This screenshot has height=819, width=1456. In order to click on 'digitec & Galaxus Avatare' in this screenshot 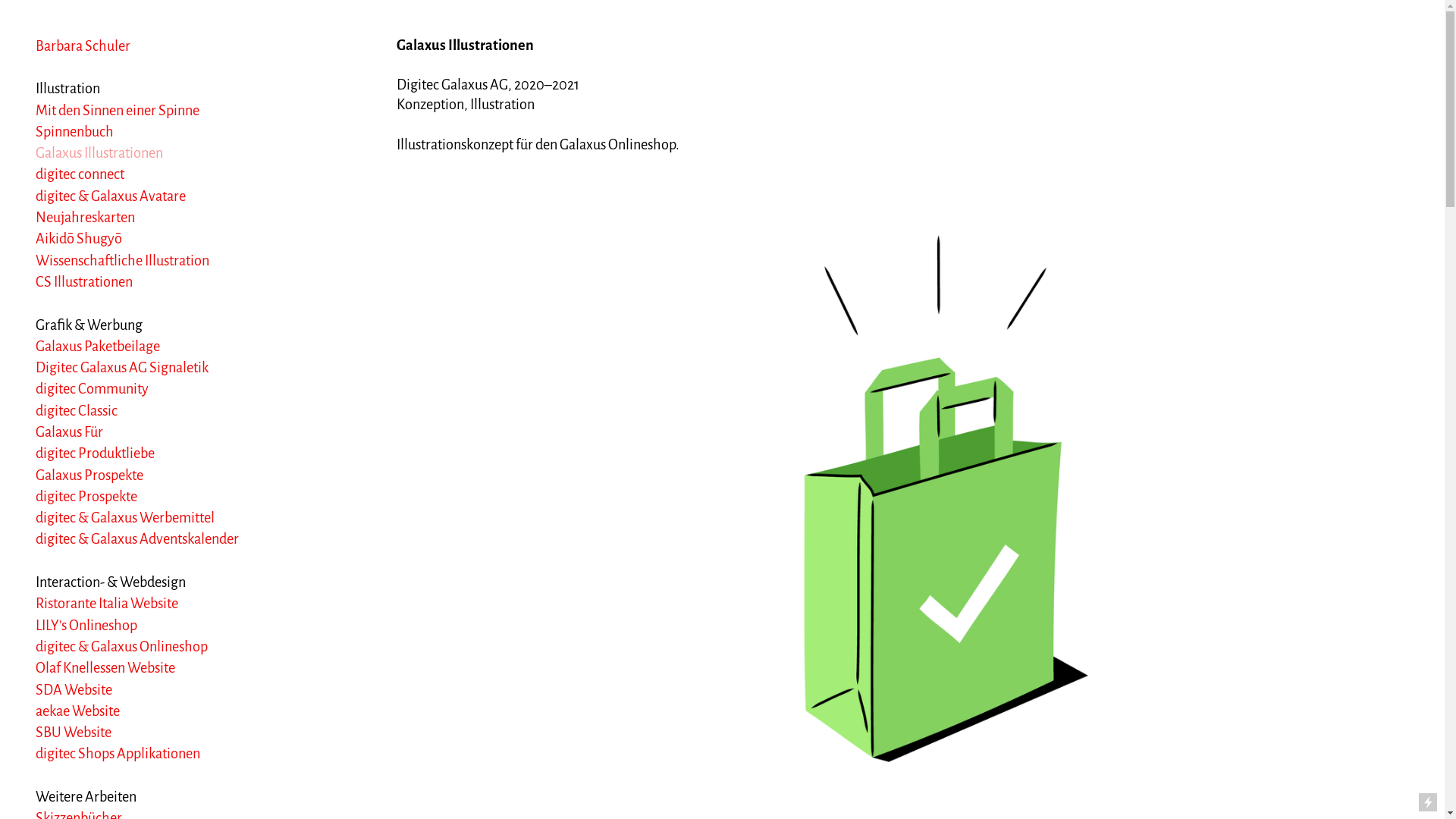, I will do `click(109, 195)`.